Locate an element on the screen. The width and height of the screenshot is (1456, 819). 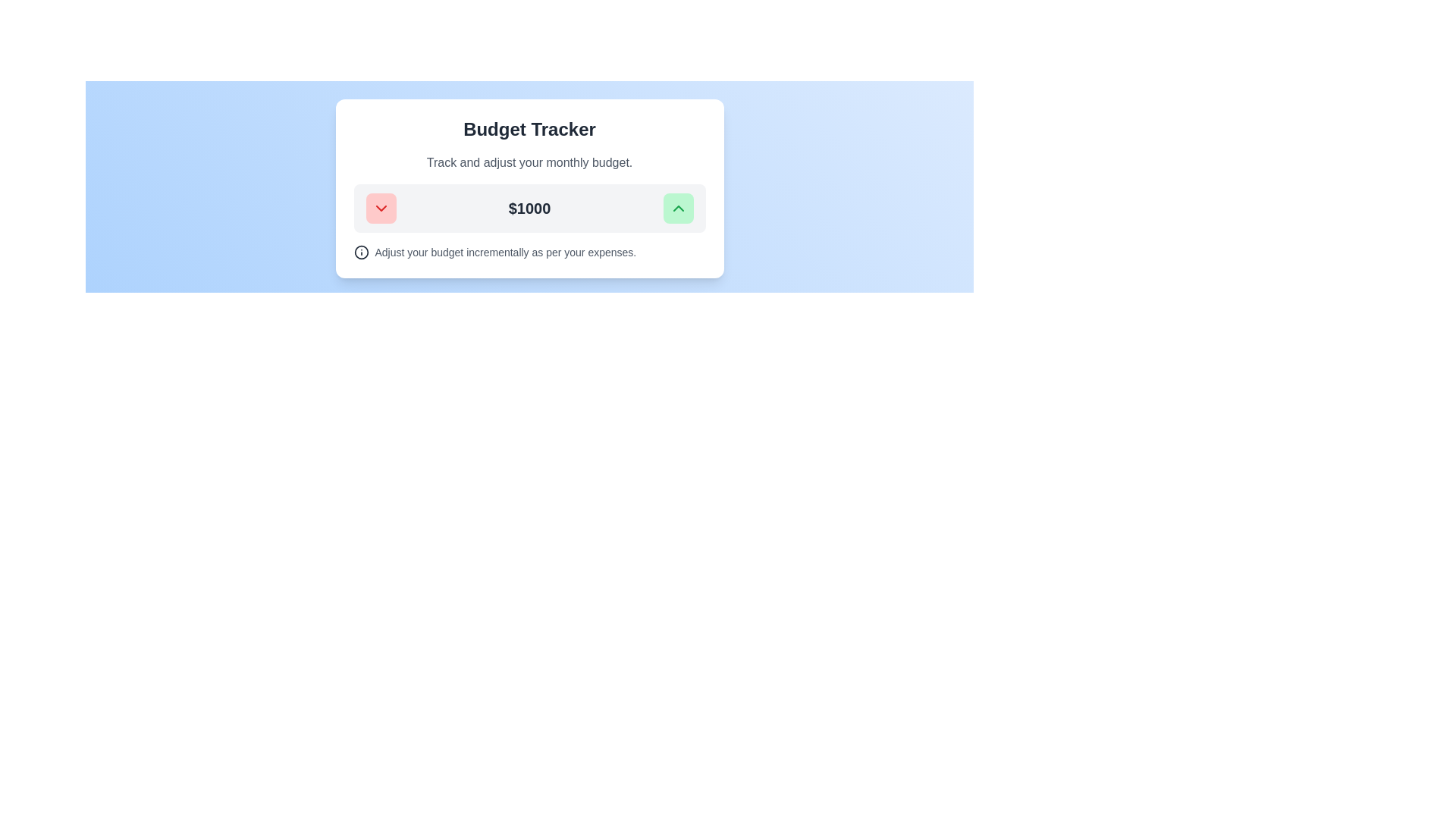
the information icon, which is a circular icon with a dark gray outline and a letter 'i' in the center, located in the text section below the monetary value section of the card component is located at coordinates (360, 251).